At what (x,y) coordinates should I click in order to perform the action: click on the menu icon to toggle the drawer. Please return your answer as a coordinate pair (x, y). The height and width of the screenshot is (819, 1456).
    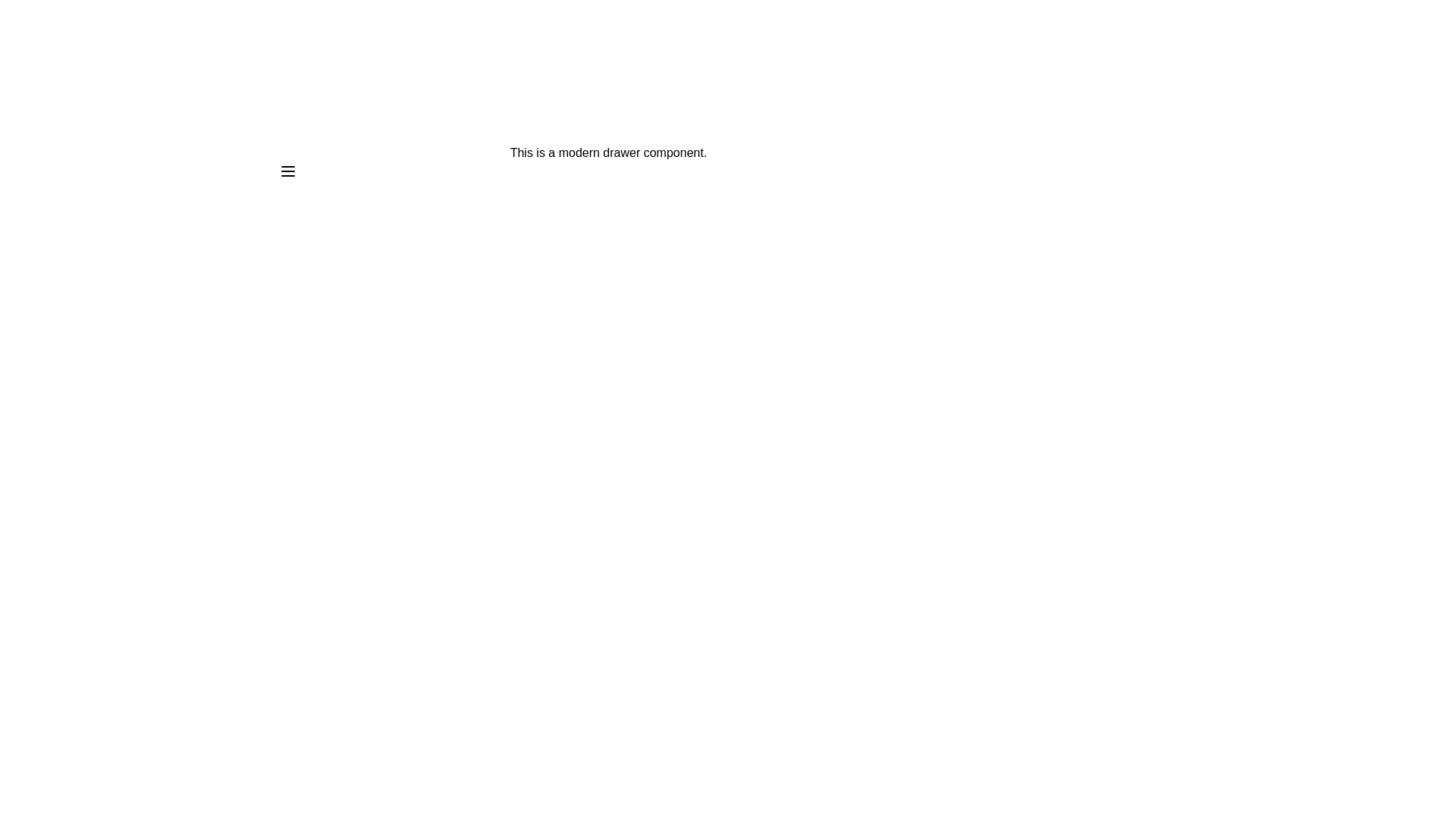
    Looking at the image, I should click on (287, 171).